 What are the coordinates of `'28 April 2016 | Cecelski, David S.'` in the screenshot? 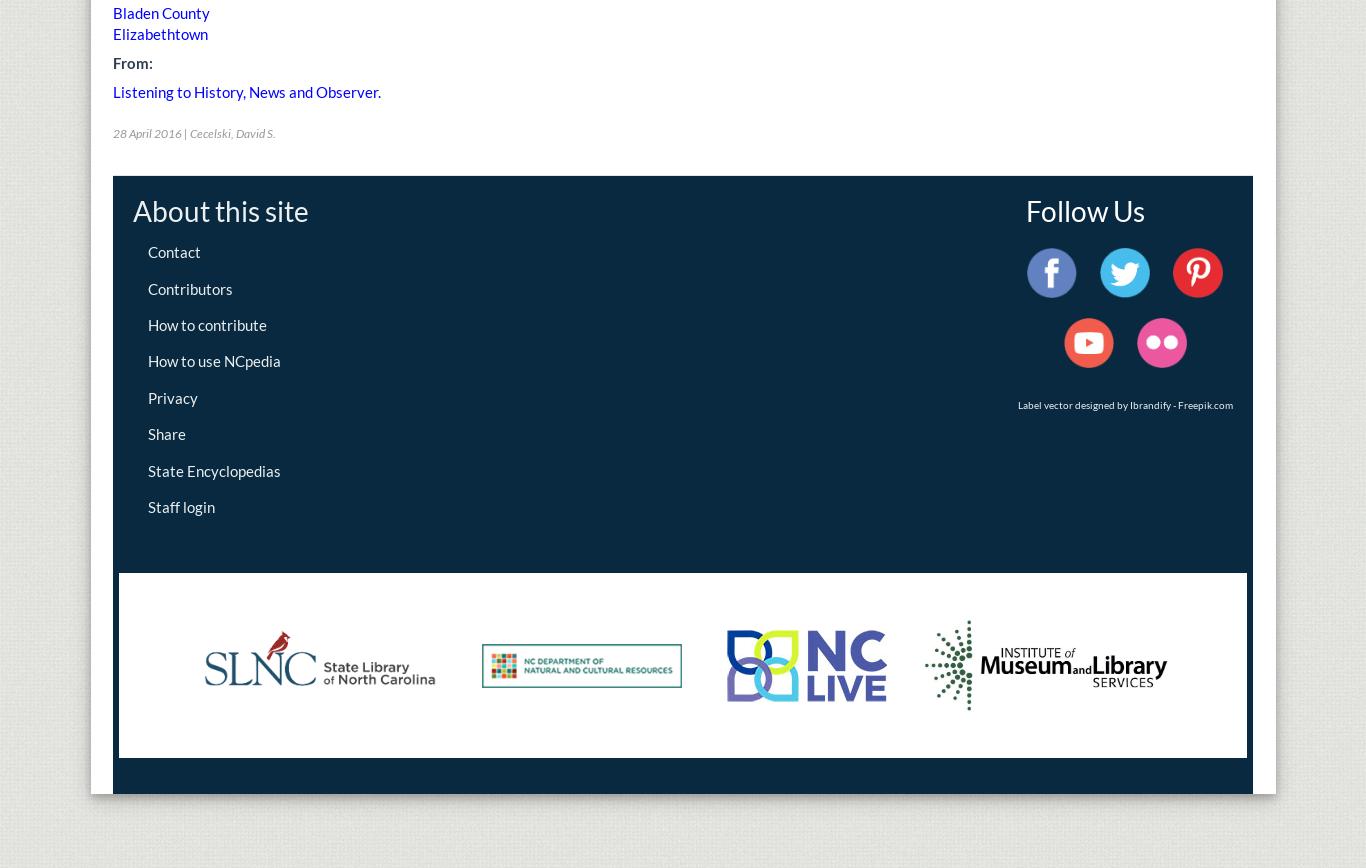 It's located at (193, 133).